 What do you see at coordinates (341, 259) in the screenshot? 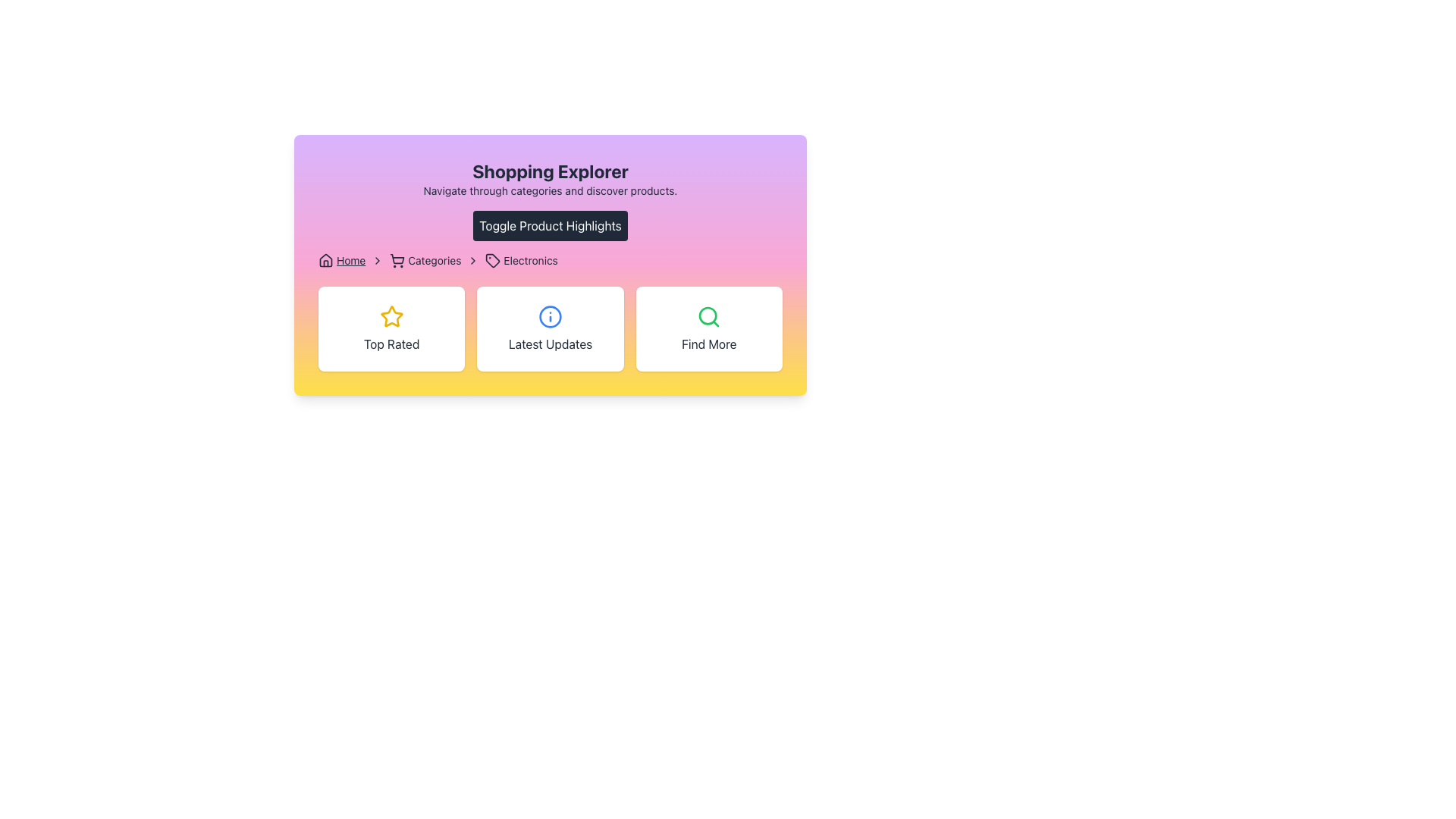
I see `the 'Home' breadcrumb navigation link, which is styled with an underline and located in the top-left portion of the breadcrumb bar` at bounding box center [341, 259].